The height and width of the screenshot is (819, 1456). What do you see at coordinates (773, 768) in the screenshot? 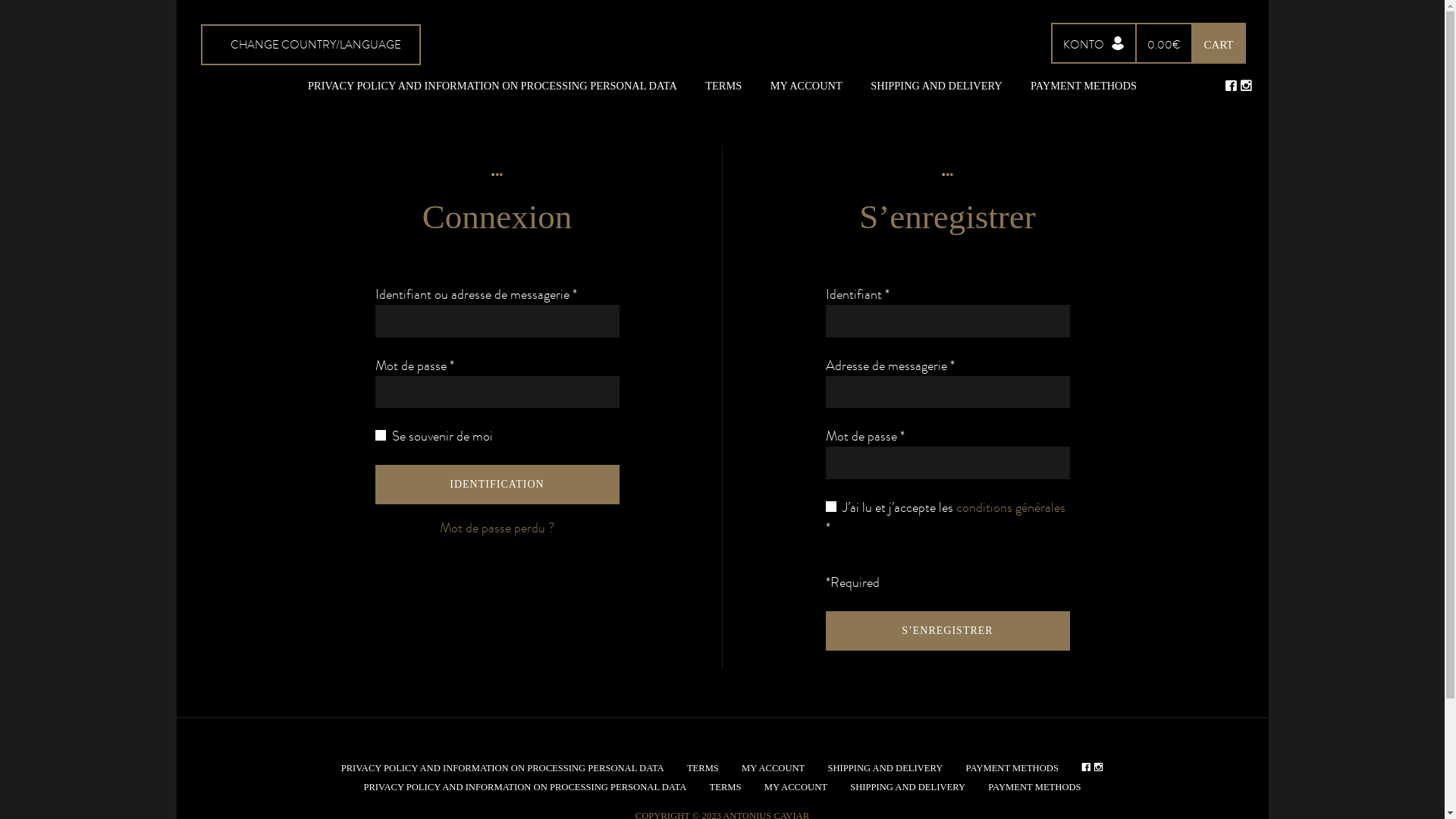
I see `'MY ACCOUNT'` at bounding box center [773, 768].